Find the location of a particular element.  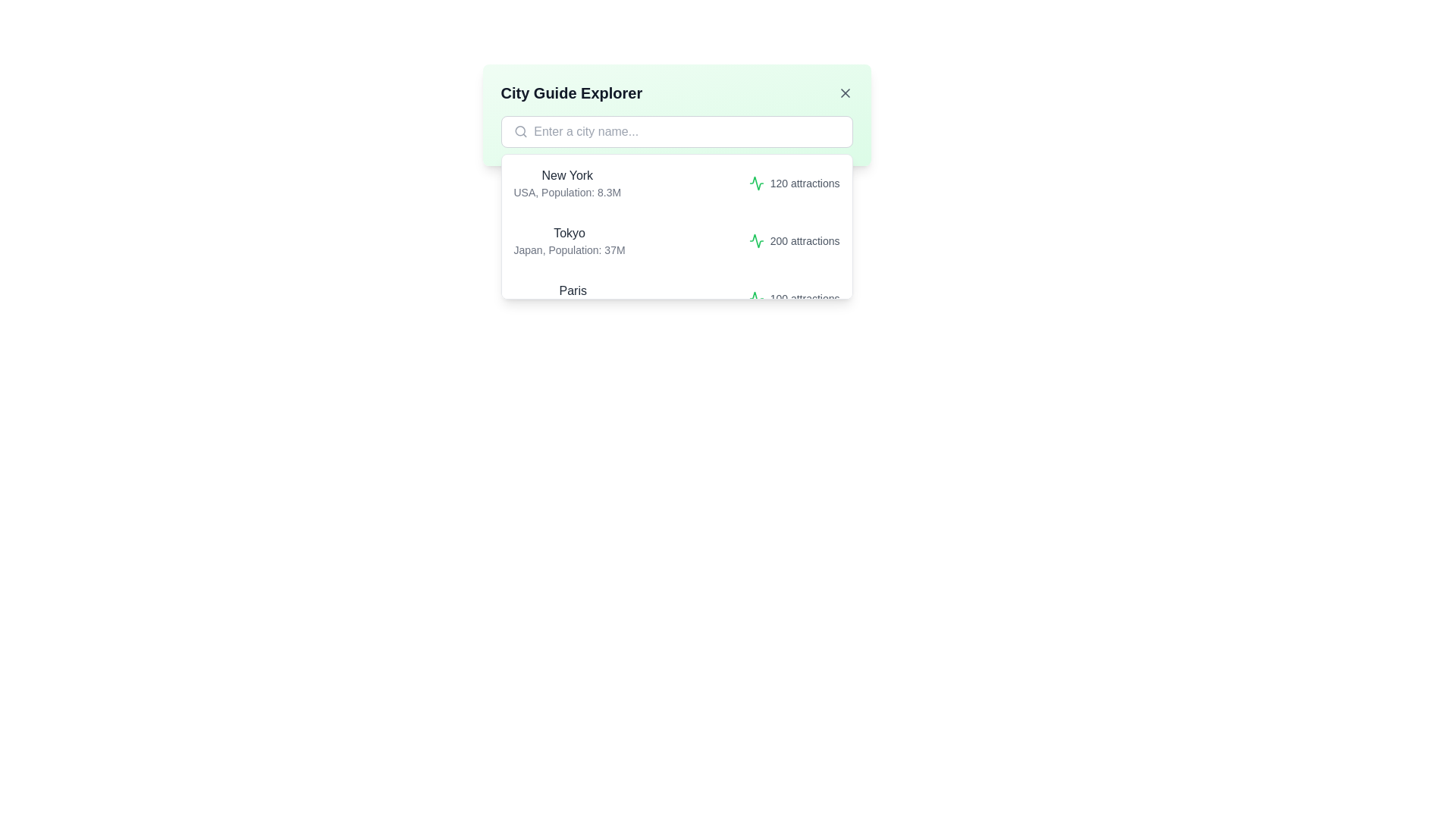

the text label providing information about Tokyo's country and population, which is located directly beneath the city name 'Tokyo' in the interface is located at coordinates (569, 249).